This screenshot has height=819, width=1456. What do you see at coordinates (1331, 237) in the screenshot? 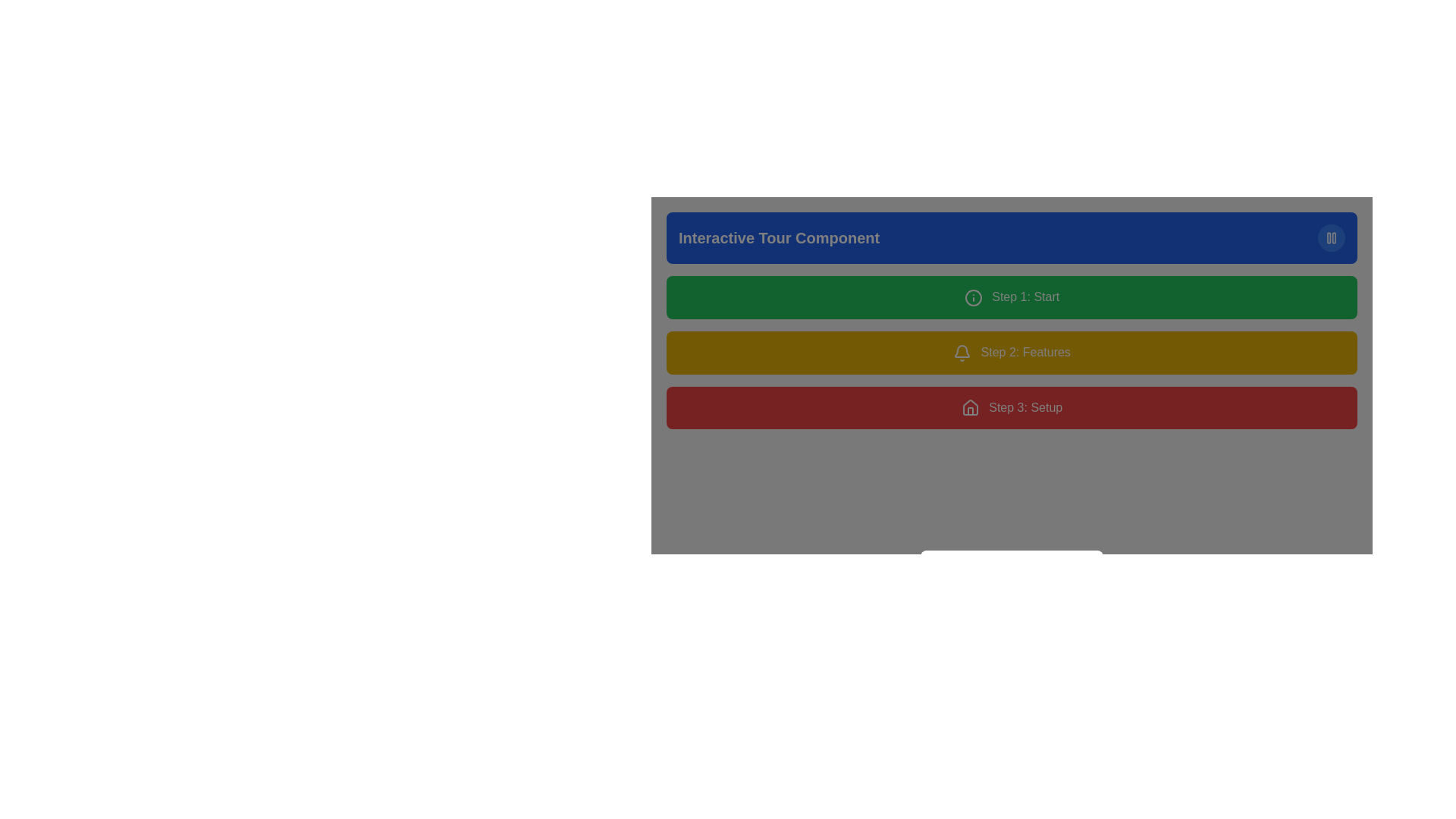
I see `the pause control button located in the top-right corner of the rounded blue rectangular section, near the 'Interactive Tour Component' title` at bounding box center [1331, 237].